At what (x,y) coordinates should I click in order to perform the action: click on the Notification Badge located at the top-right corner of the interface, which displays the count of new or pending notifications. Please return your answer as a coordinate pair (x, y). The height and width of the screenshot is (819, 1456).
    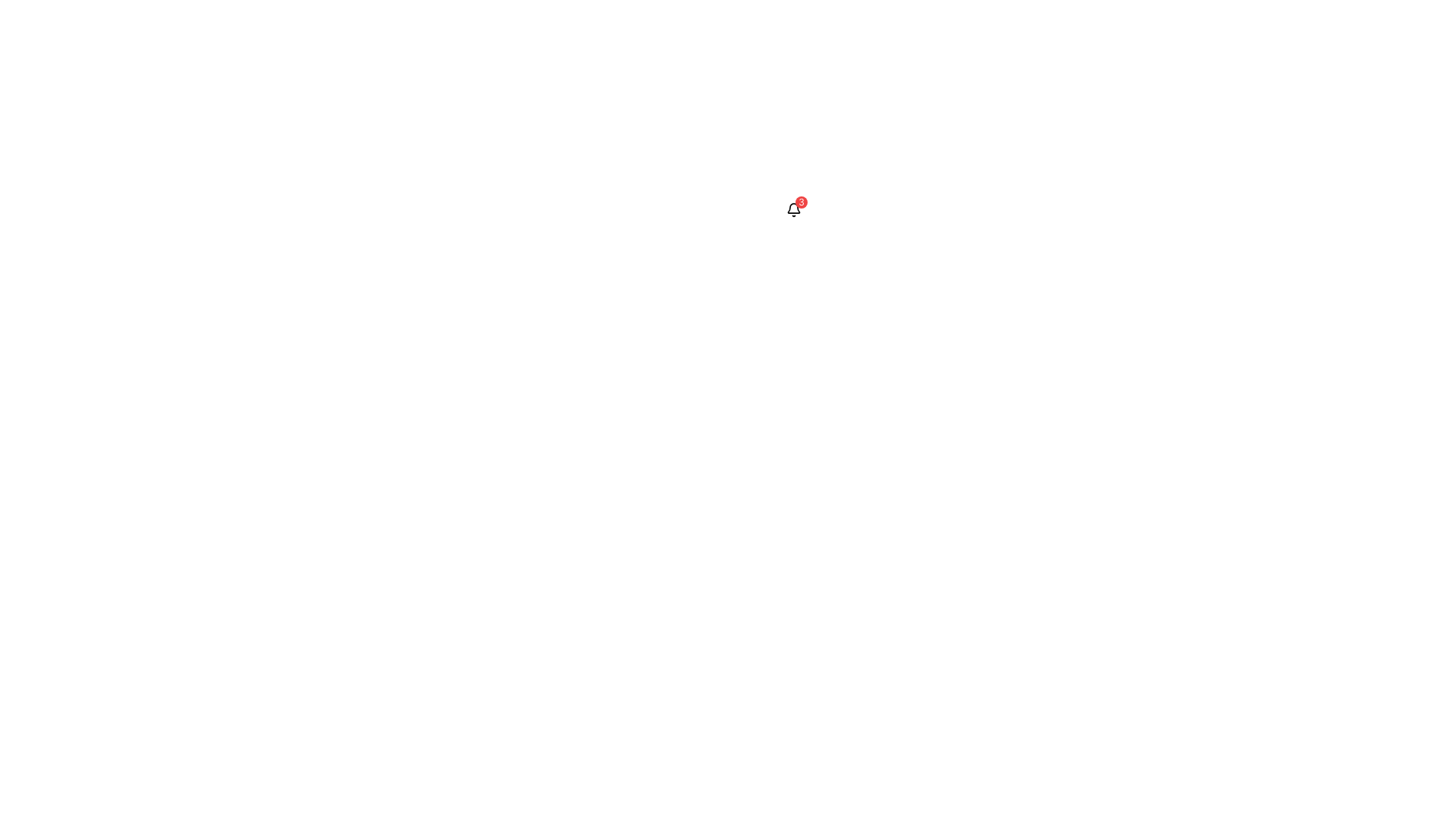
    Looking at the image, I should click on (800, 201).